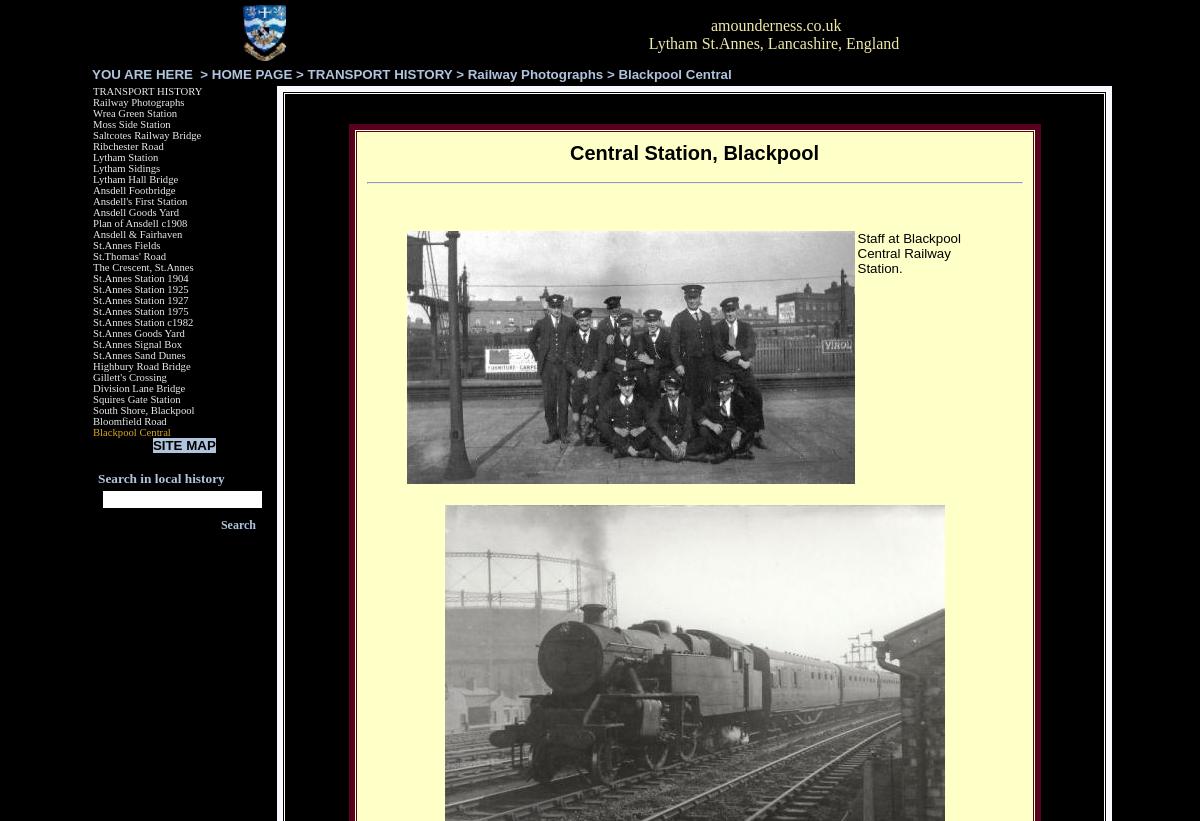 The height and width of the screenshot is (821, 1200). What do you see at coordinates (131, 123) in the screenshot?
I see `'Moss Side Station'` at bounding box center [131, 123].